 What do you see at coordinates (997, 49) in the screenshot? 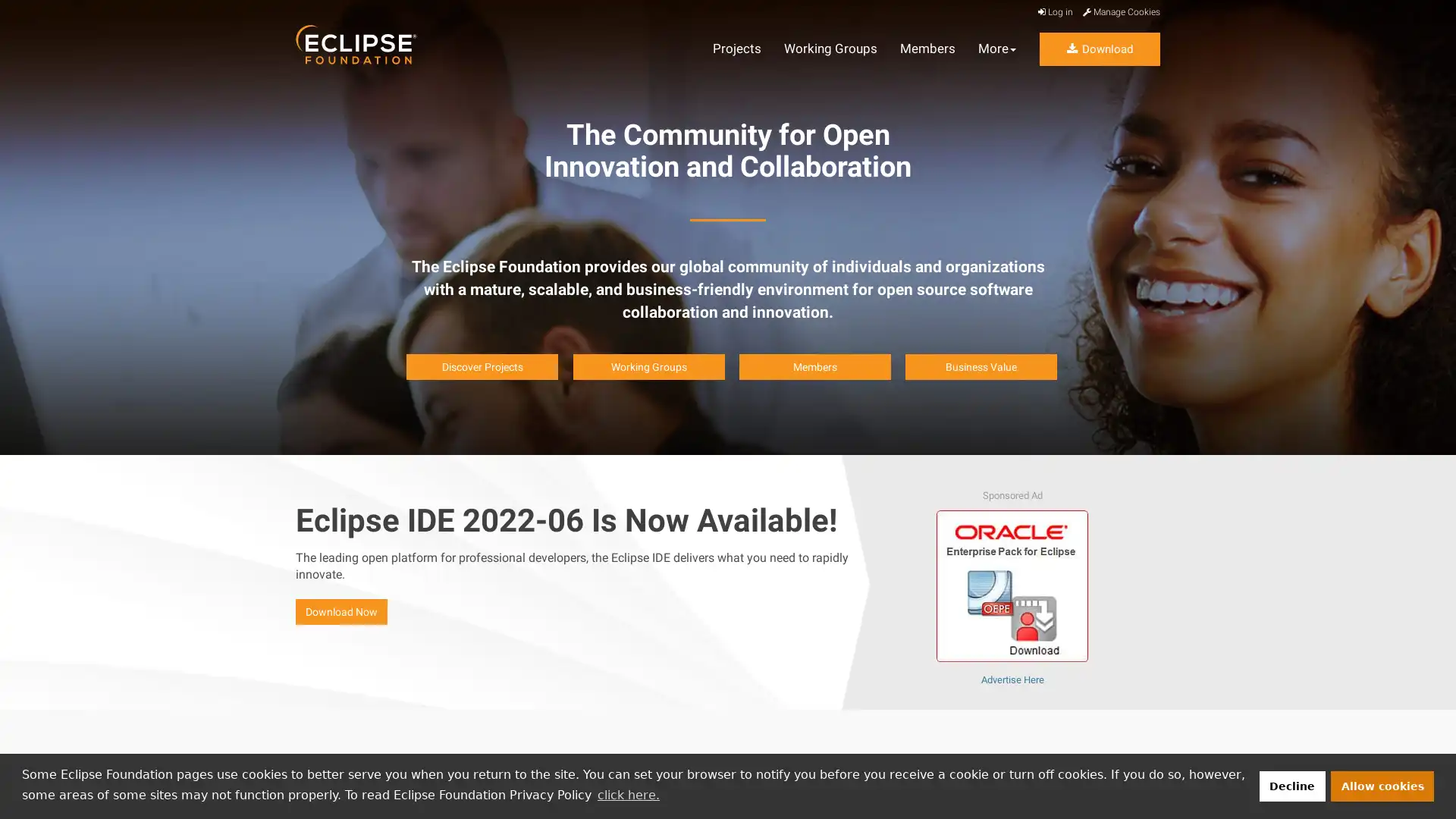
I see `More` at bounding box center [997, 49].